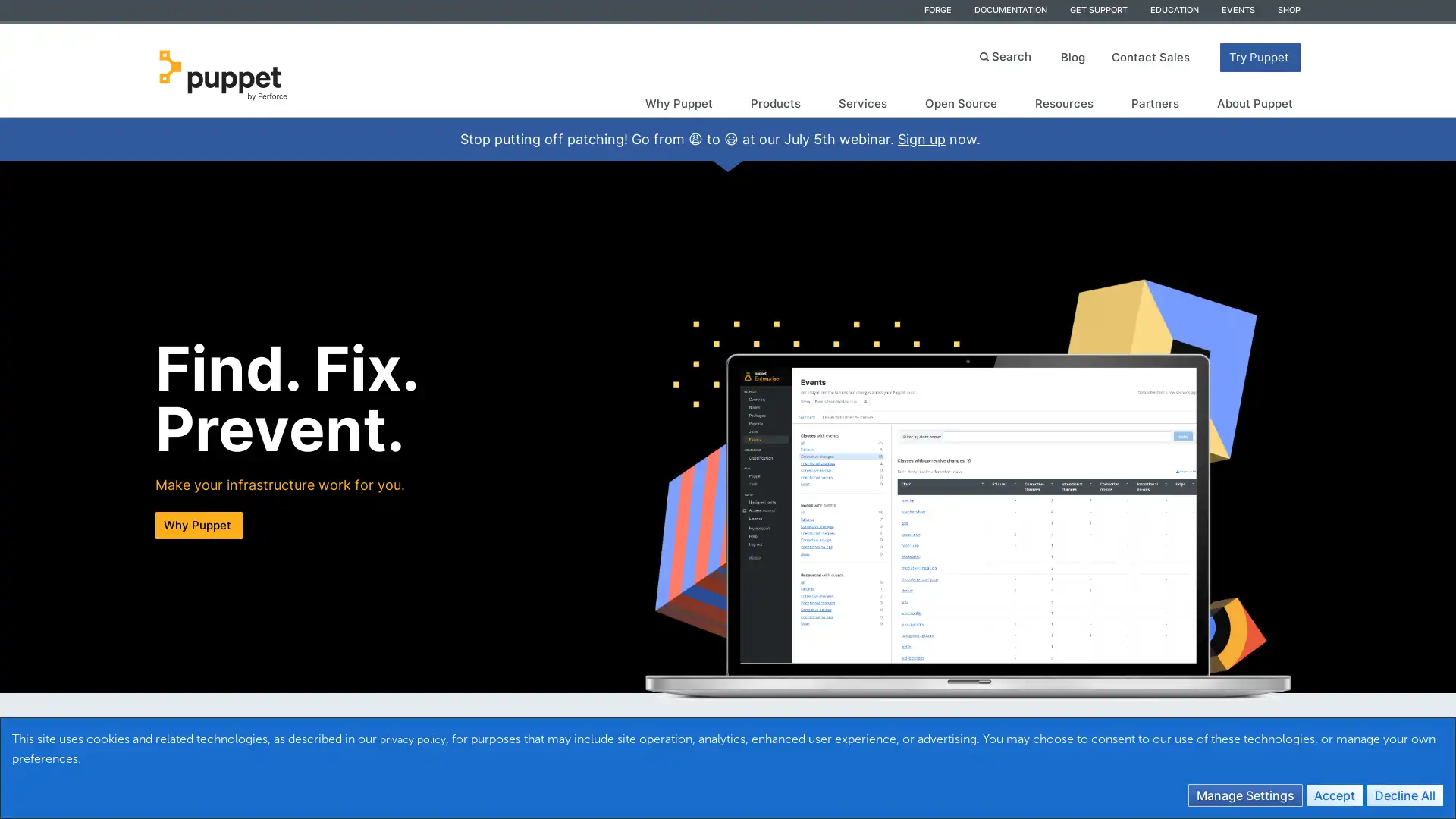 Image resolution: width=1456 pixels, height=819 pixels. I want to click on Search, so click(1007, 55).